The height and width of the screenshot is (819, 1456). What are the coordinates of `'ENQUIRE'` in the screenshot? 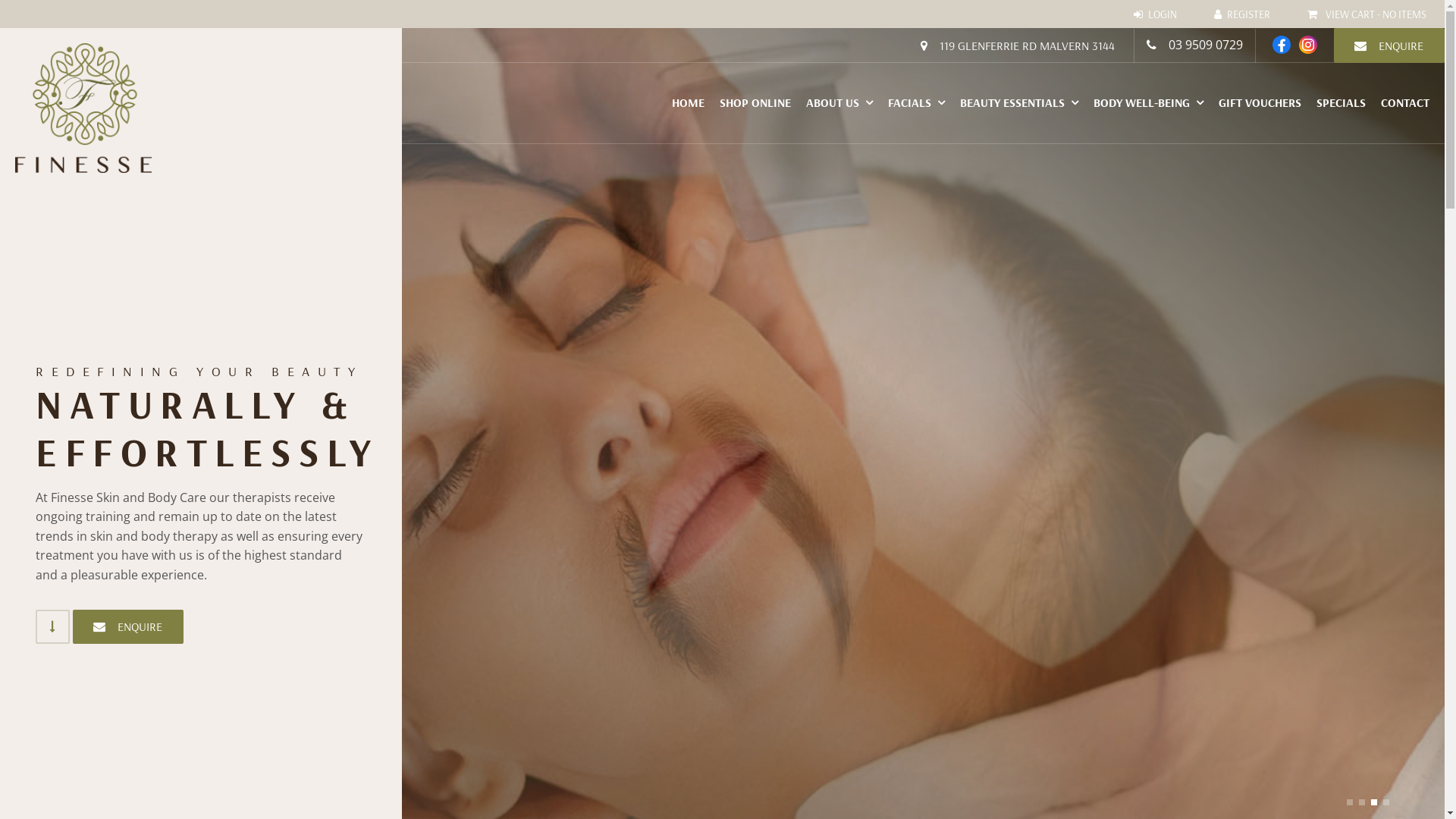 It's located at (1389, 45).